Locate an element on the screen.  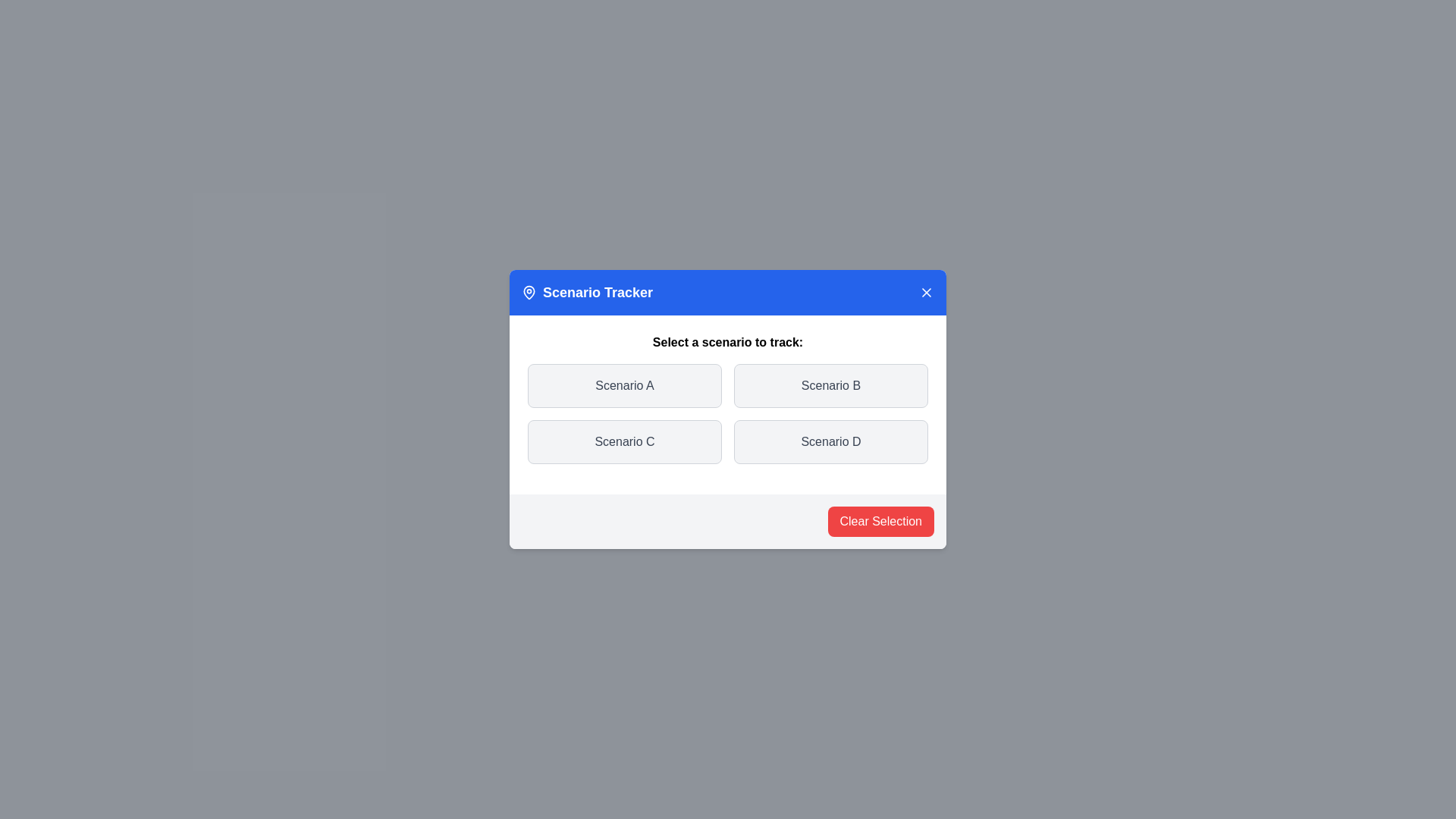
the scenario Scenario A by clicking on its respective button is located at coordinates (625, 385).